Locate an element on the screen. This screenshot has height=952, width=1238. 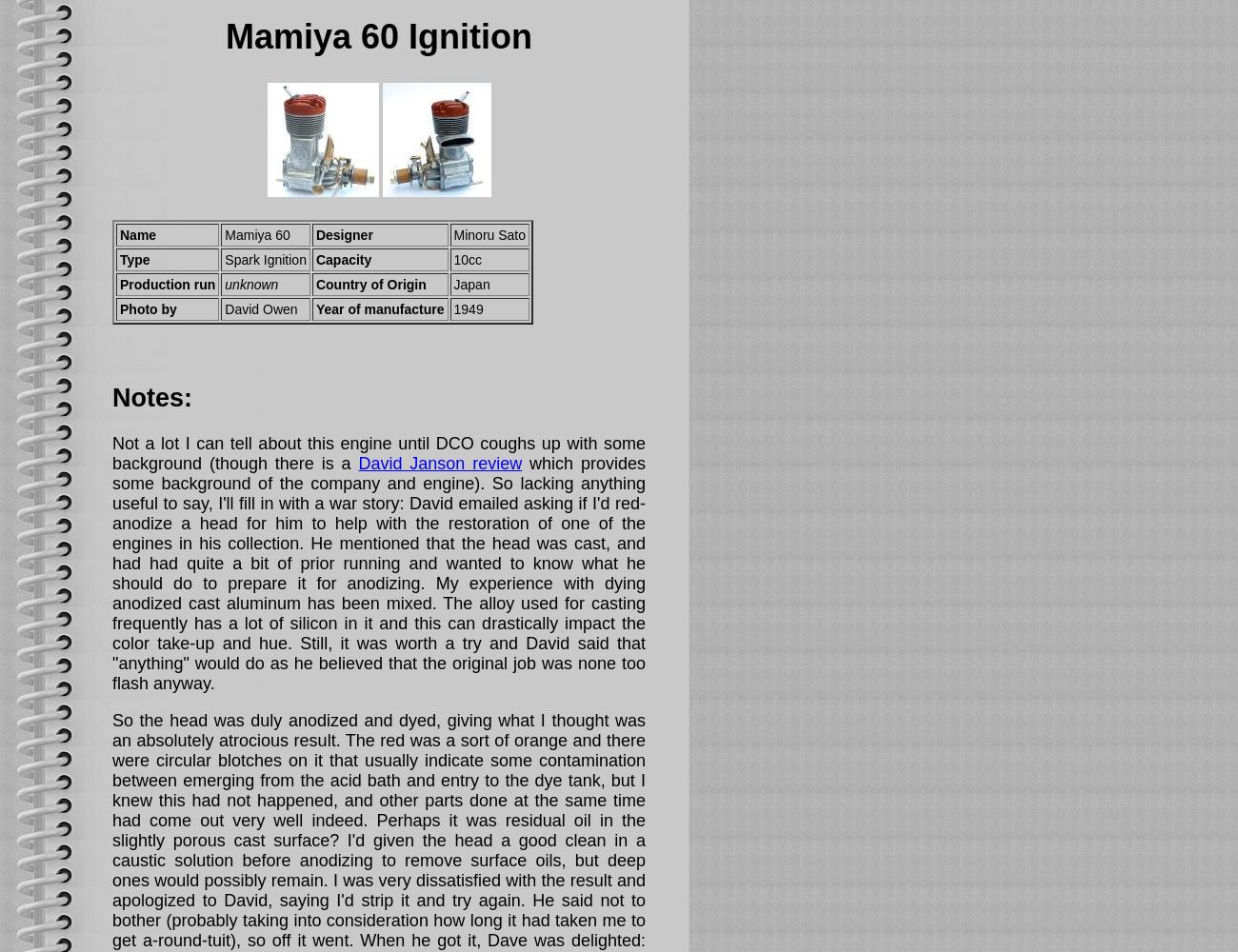
'Designer' is located at coordinates (343, 234).